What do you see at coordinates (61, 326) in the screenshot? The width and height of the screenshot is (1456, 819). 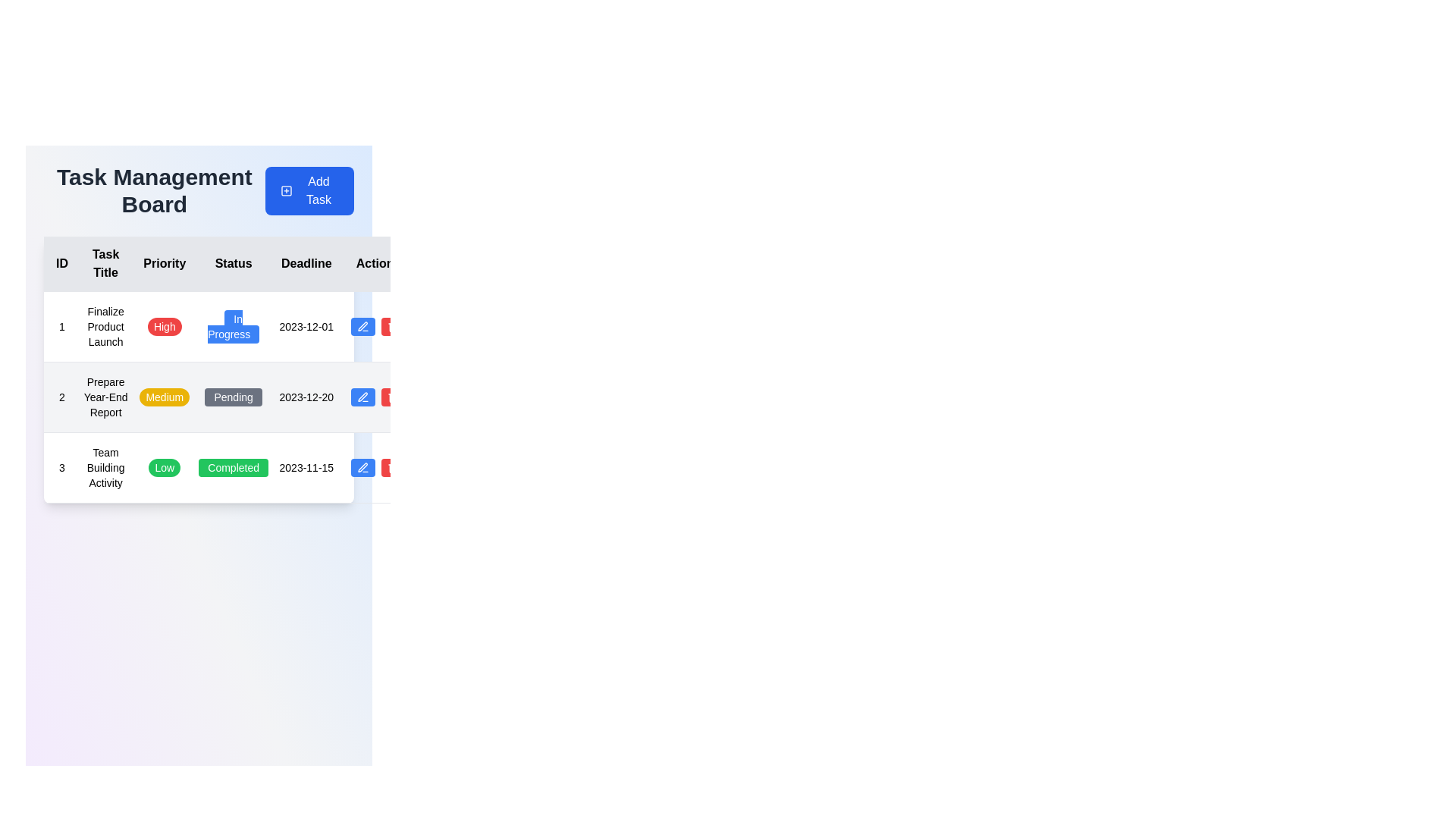 I see `the Text label that uniquely identifies the task 'Finalize Product Launch', which is the first cell in the 'ID' column of the table` at bounding box center [61, 326].